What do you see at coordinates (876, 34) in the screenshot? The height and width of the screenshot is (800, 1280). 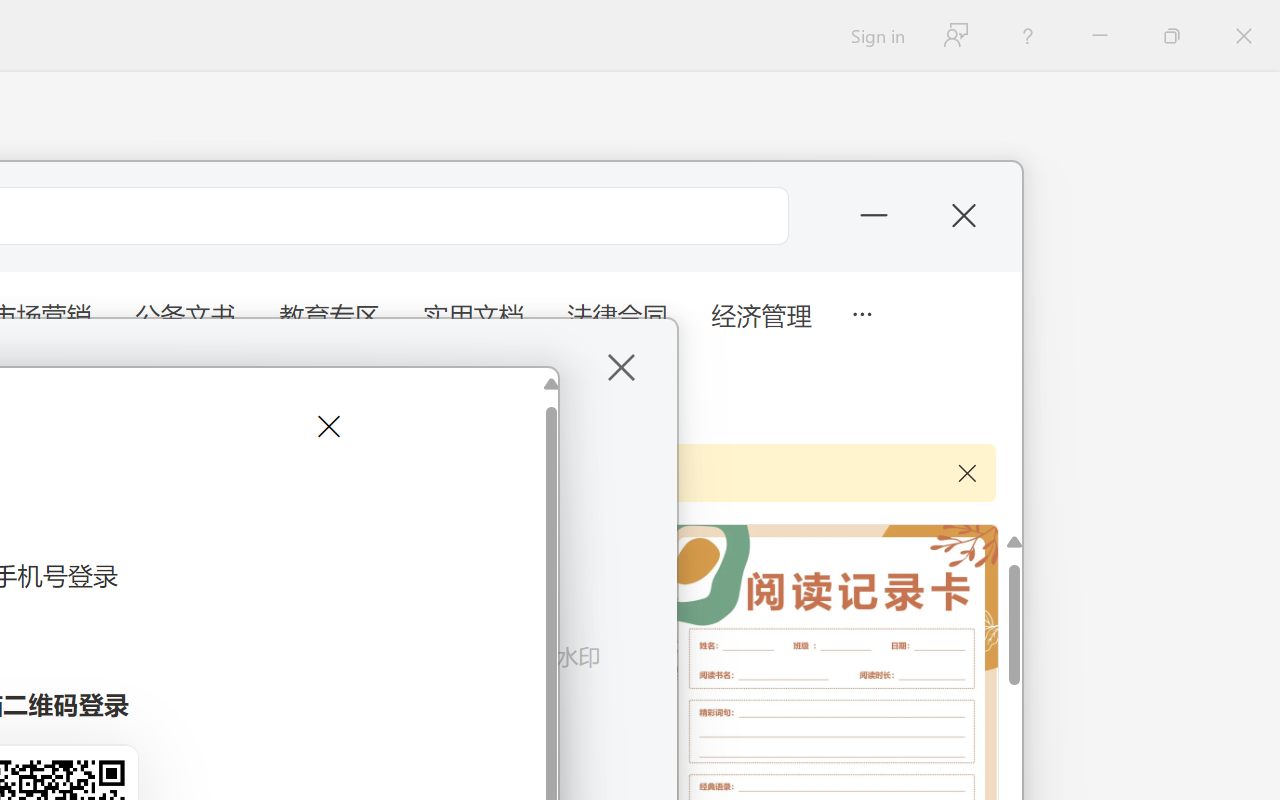 I see `'Sign in'` at bounding box center [876, 34].